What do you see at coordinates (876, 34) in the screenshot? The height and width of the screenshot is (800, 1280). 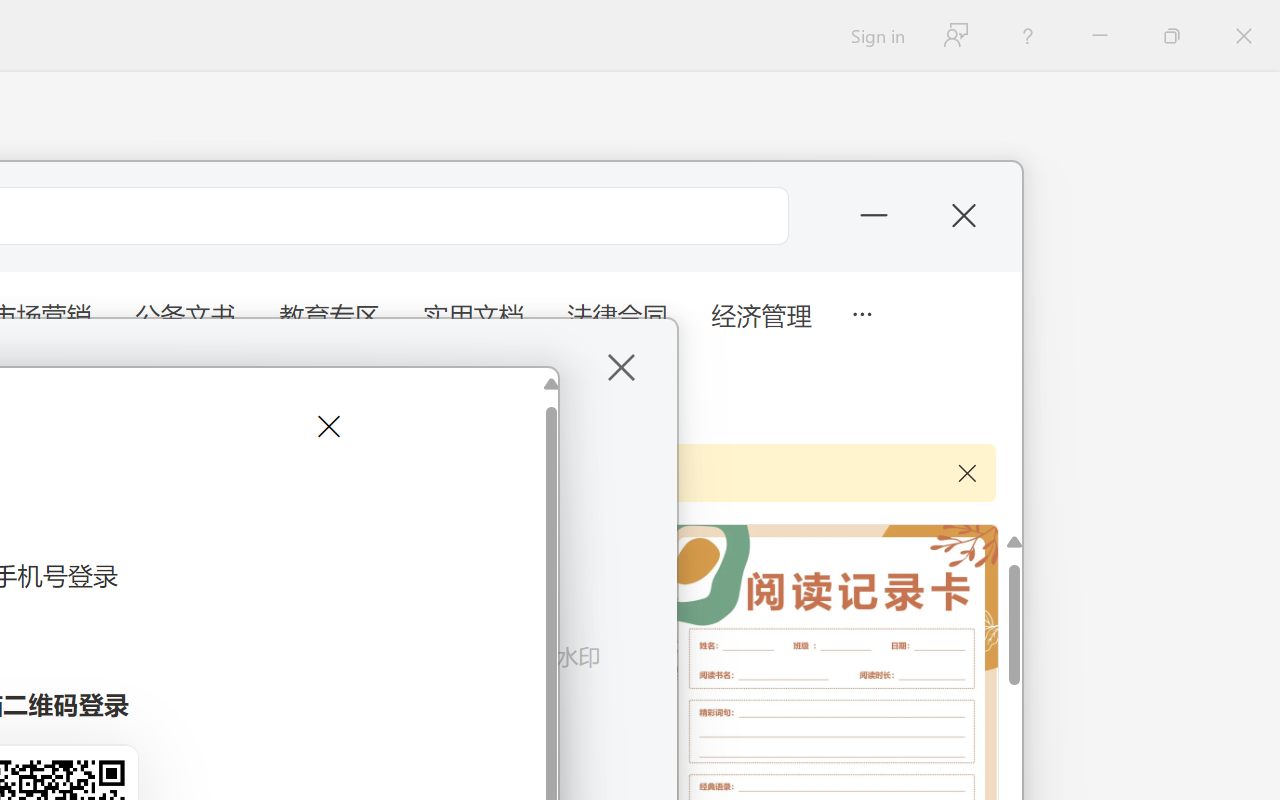 I see `'Sign in'` at bounding box center [876, 34].